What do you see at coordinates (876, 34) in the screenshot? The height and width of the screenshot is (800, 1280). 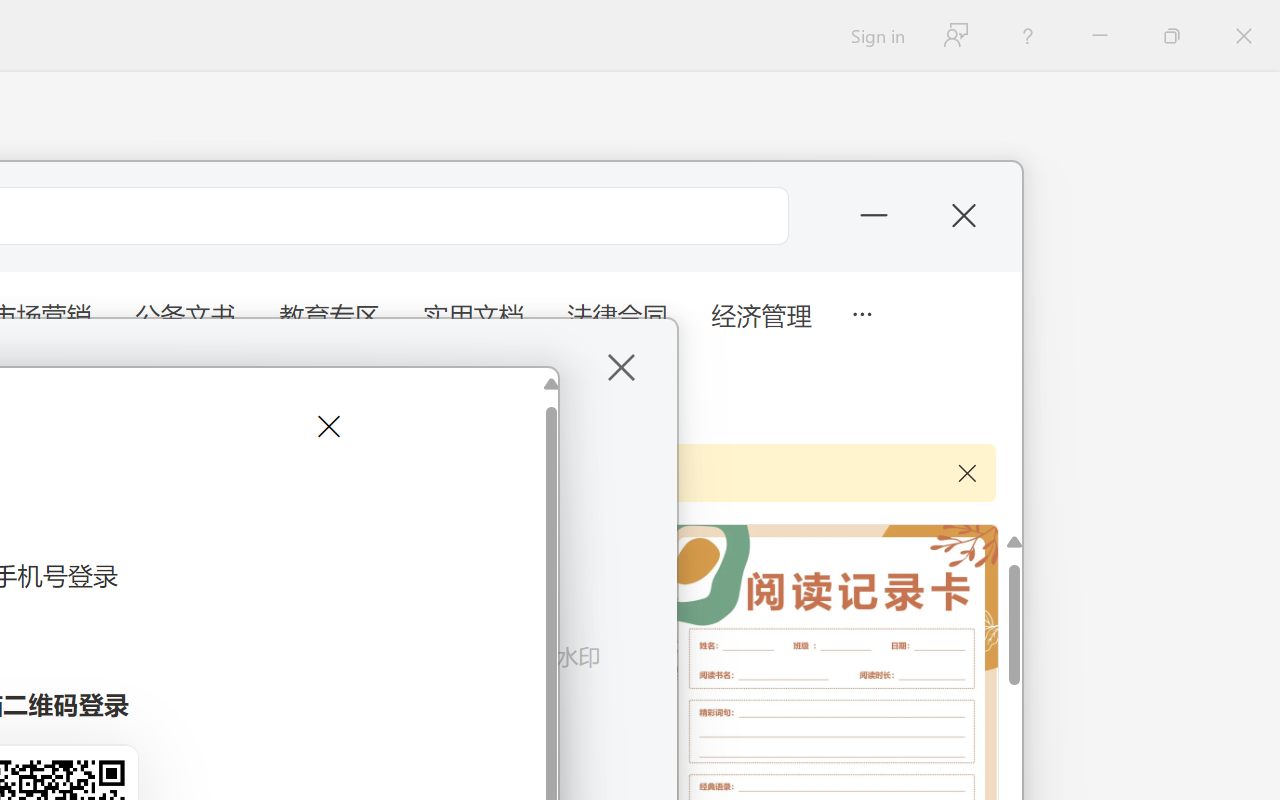 I see `'Sign in'` at bounding box center [876, 34].